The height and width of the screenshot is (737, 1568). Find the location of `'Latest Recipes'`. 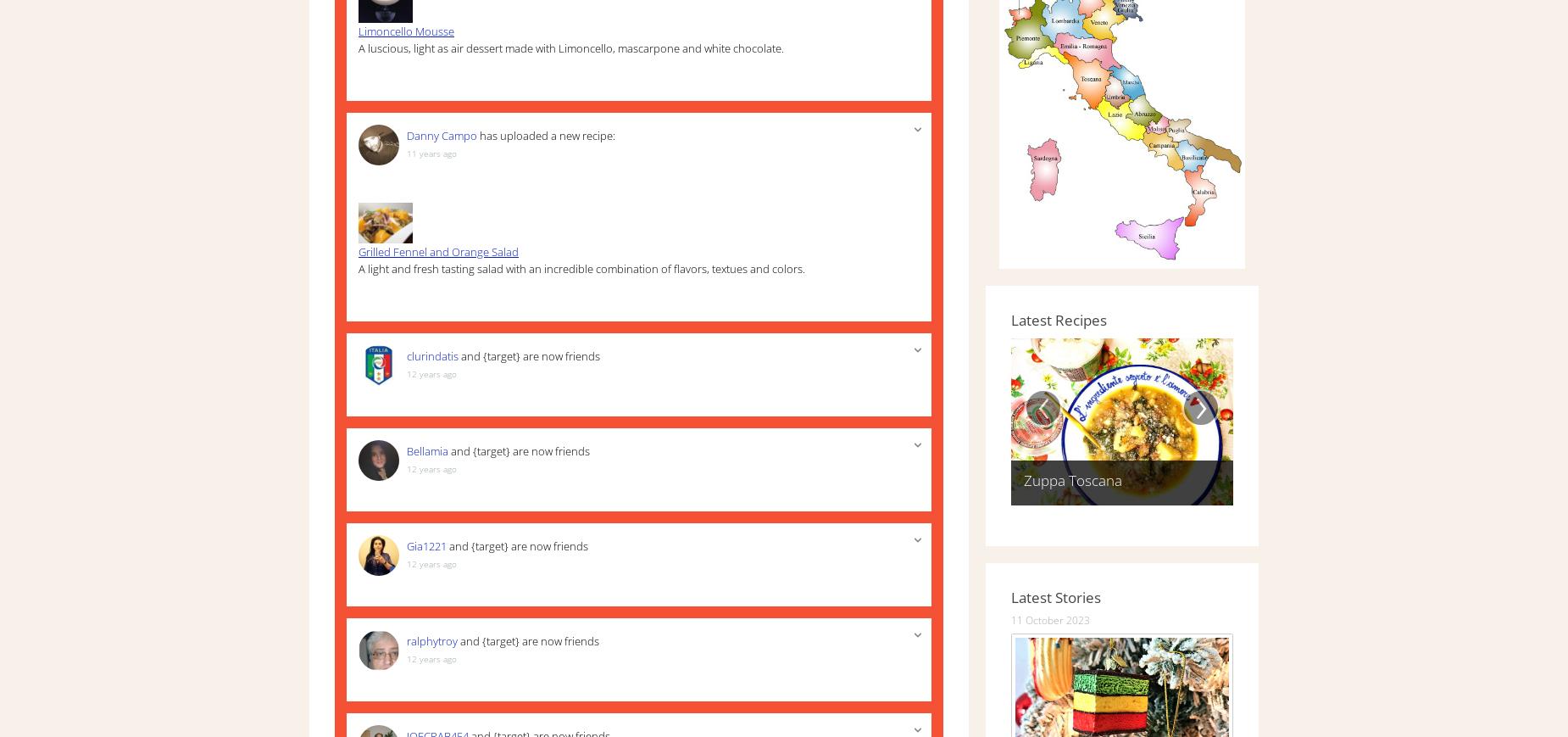

'Latest Recipes' is located at coordinates (1058, 319).